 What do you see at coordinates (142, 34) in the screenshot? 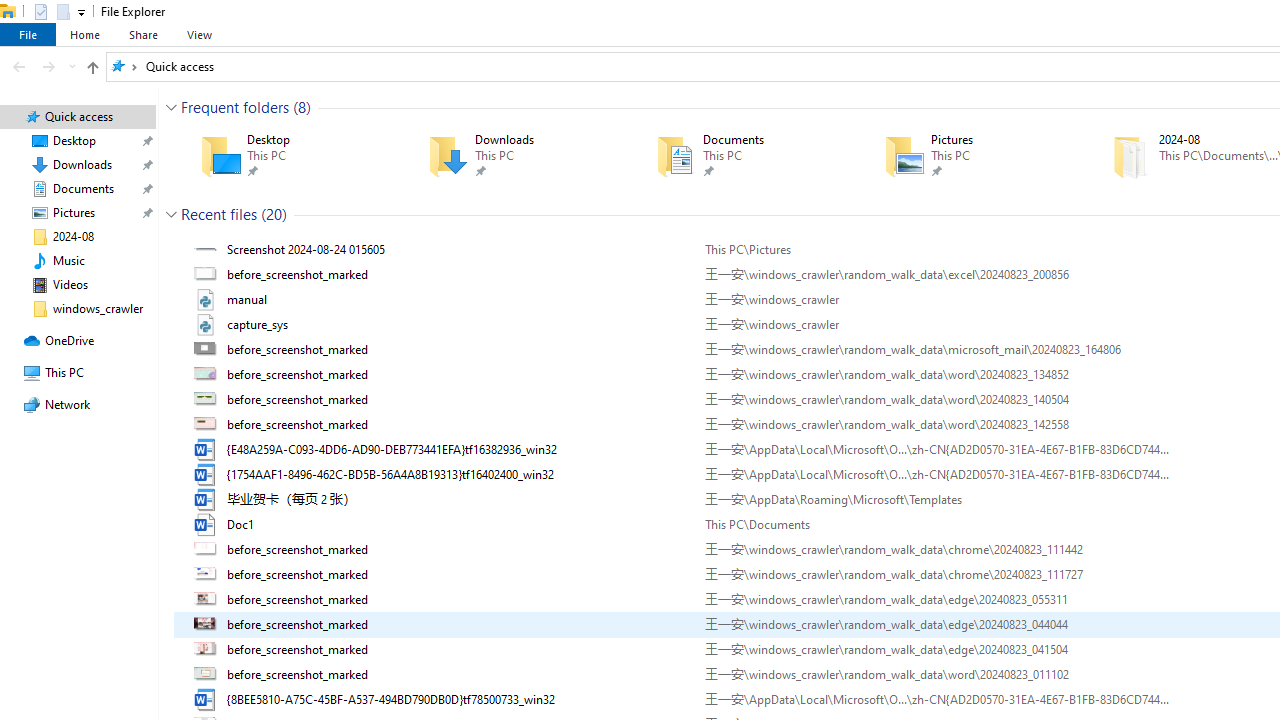
I see `'Share'` at bounding box center [142, 34].